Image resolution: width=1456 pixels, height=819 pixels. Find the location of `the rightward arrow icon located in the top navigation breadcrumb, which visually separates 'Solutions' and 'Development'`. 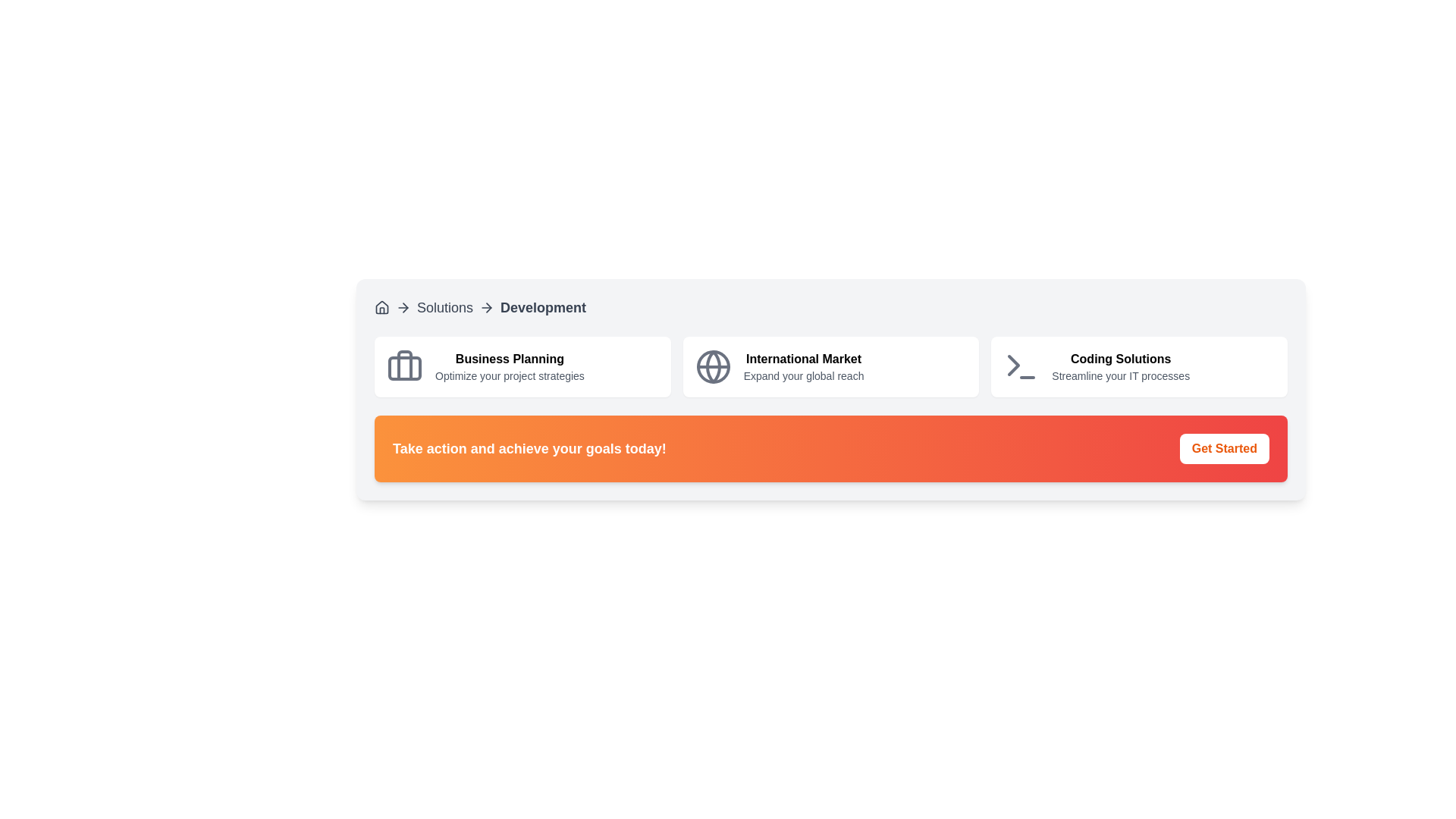

the rightward arrow icon located in the top navigation breadcrumb, which visually separates 'Solutions' and 'Development' is located at coordinates (487, 307).